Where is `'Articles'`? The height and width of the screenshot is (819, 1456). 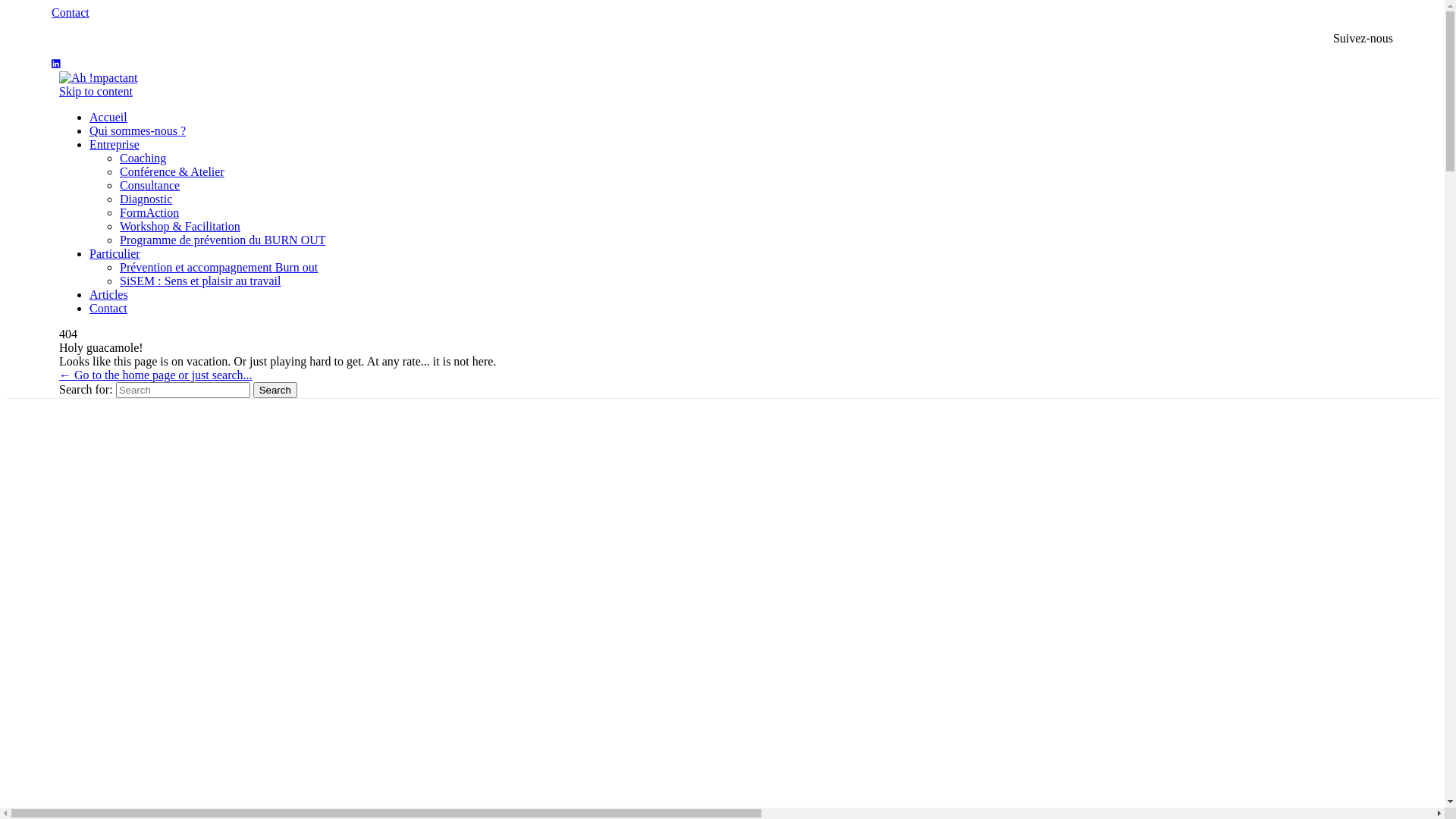
'Articles' is located at coordinates (108, 294).